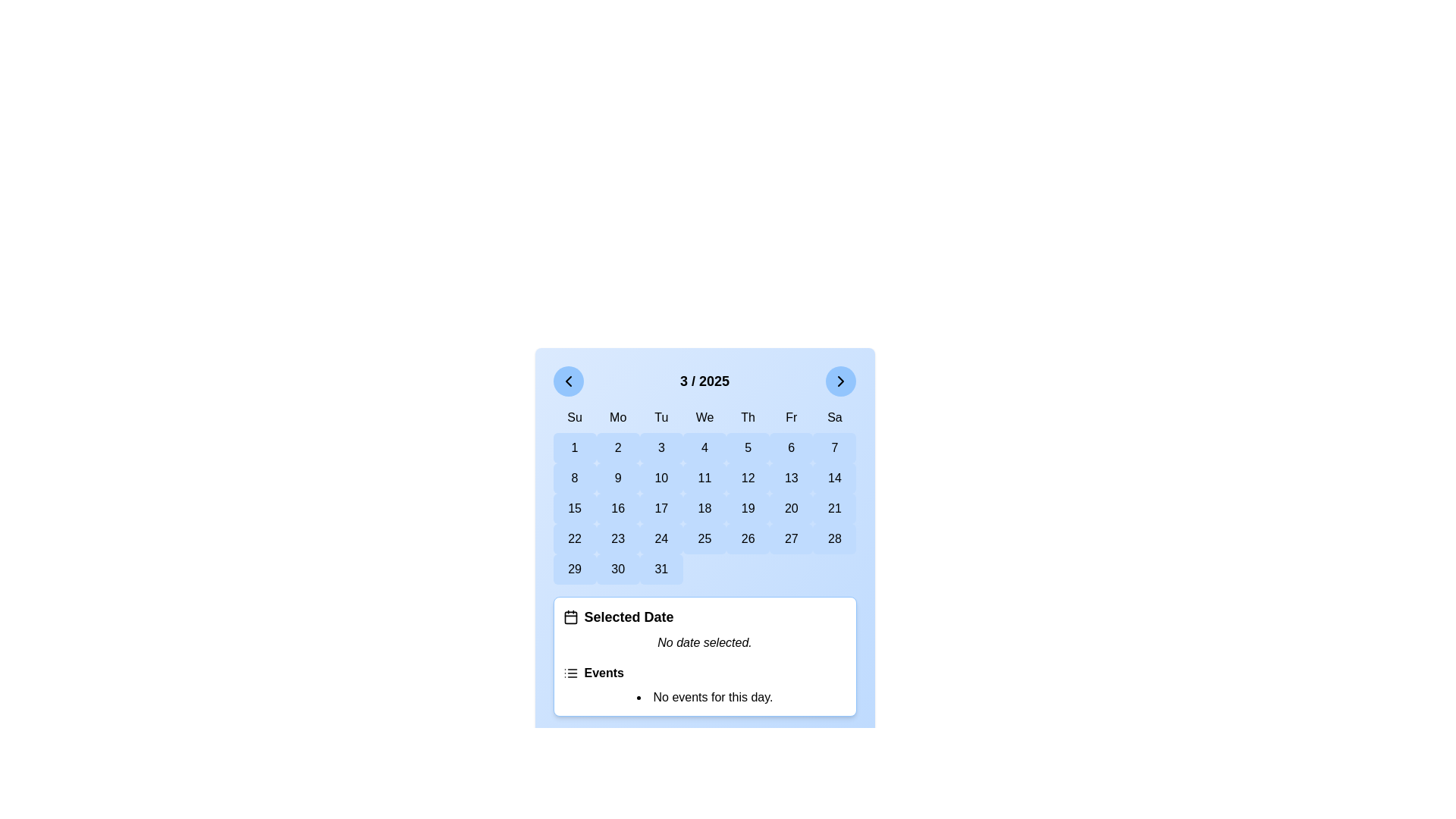  I want to click on the button with a light blue background and centered text '30' to observe the background color change, so click(618, 570).